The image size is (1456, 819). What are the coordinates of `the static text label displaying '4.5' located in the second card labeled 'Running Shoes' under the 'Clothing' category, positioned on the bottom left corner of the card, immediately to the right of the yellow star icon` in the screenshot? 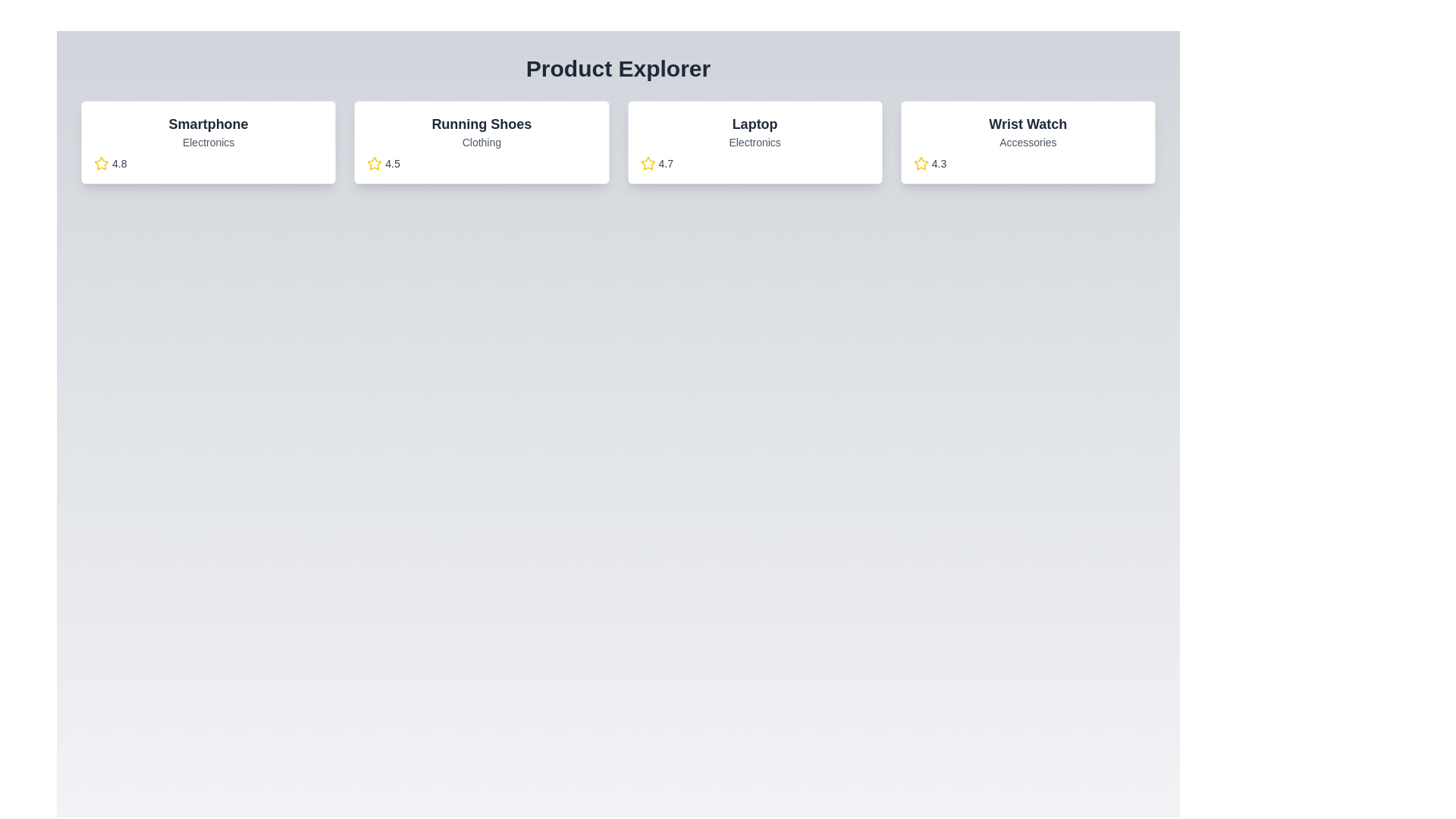 It's located at (393, 164).